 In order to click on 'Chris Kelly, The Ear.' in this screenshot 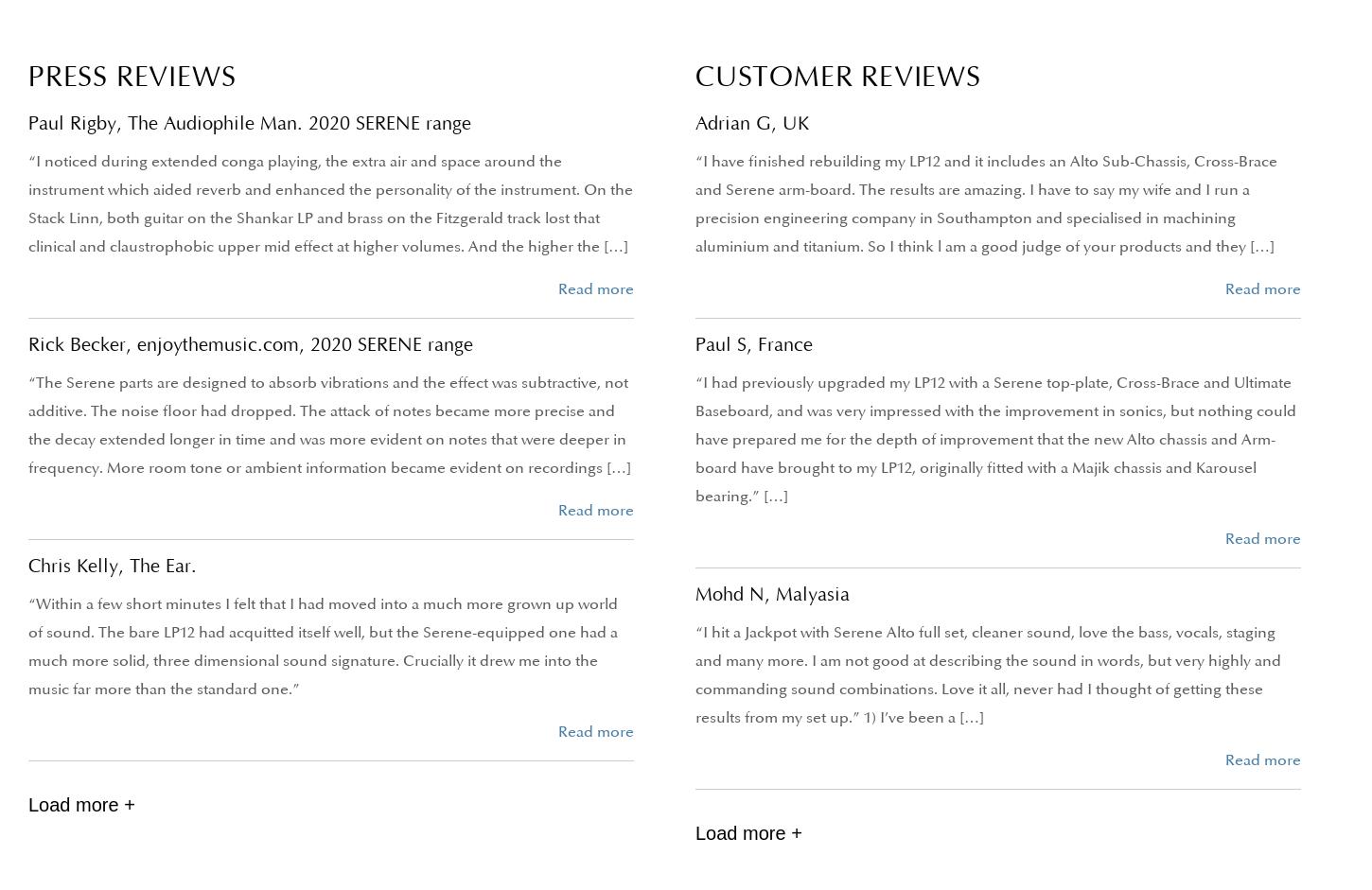, I will do `click(113, 567)`.